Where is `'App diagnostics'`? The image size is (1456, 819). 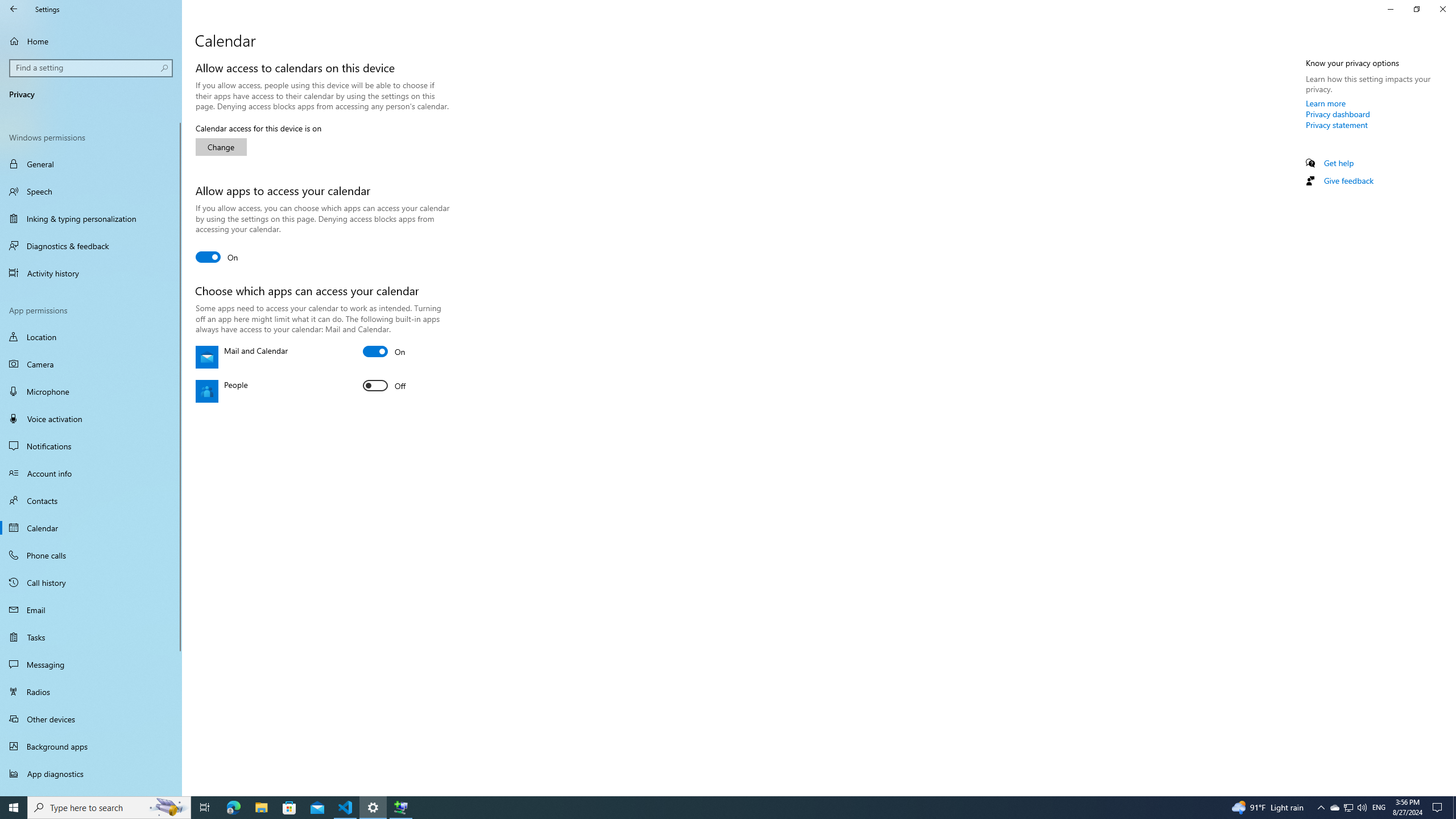 'App diagnostics' is located at coordinates (90, 773).